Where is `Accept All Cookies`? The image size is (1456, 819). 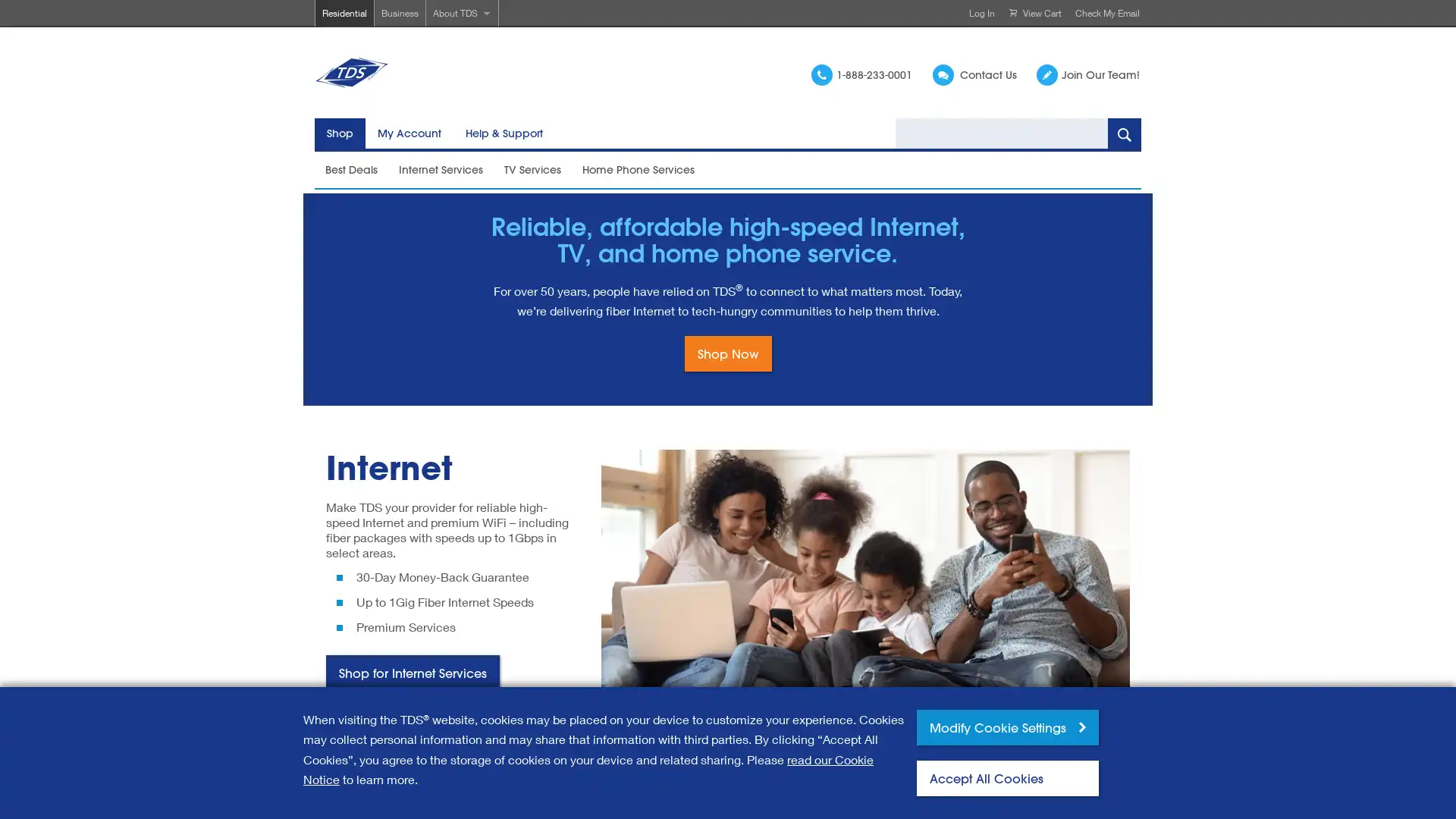 Accept All Cookies is located at coordinates (1007, 778).